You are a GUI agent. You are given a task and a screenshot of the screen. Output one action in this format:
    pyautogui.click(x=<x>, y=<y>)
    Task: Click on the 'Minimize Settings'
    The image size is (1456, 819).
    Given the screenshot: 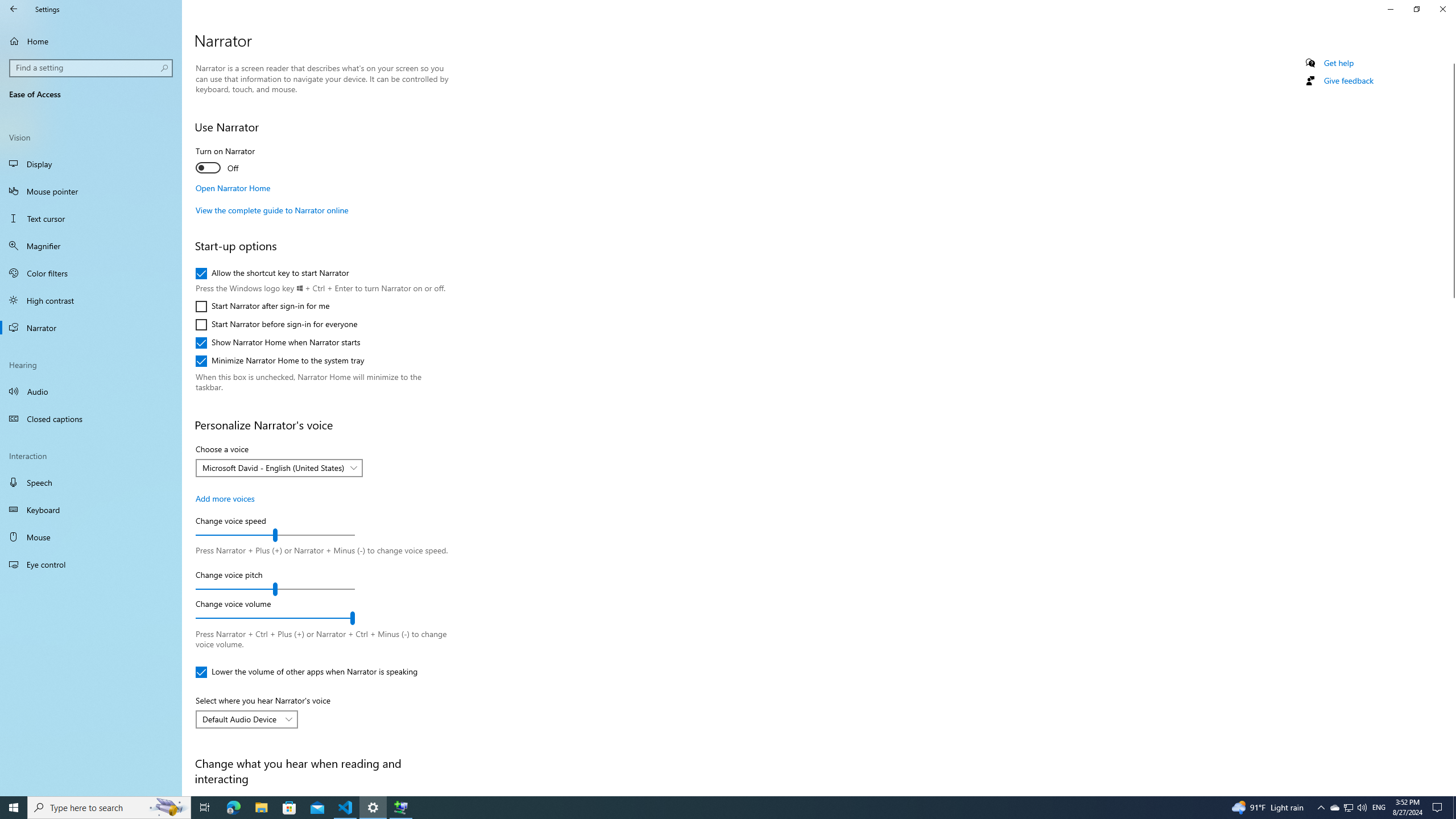 What is the action you would take?
    pyautogui.click(x=1389, y=9)
    